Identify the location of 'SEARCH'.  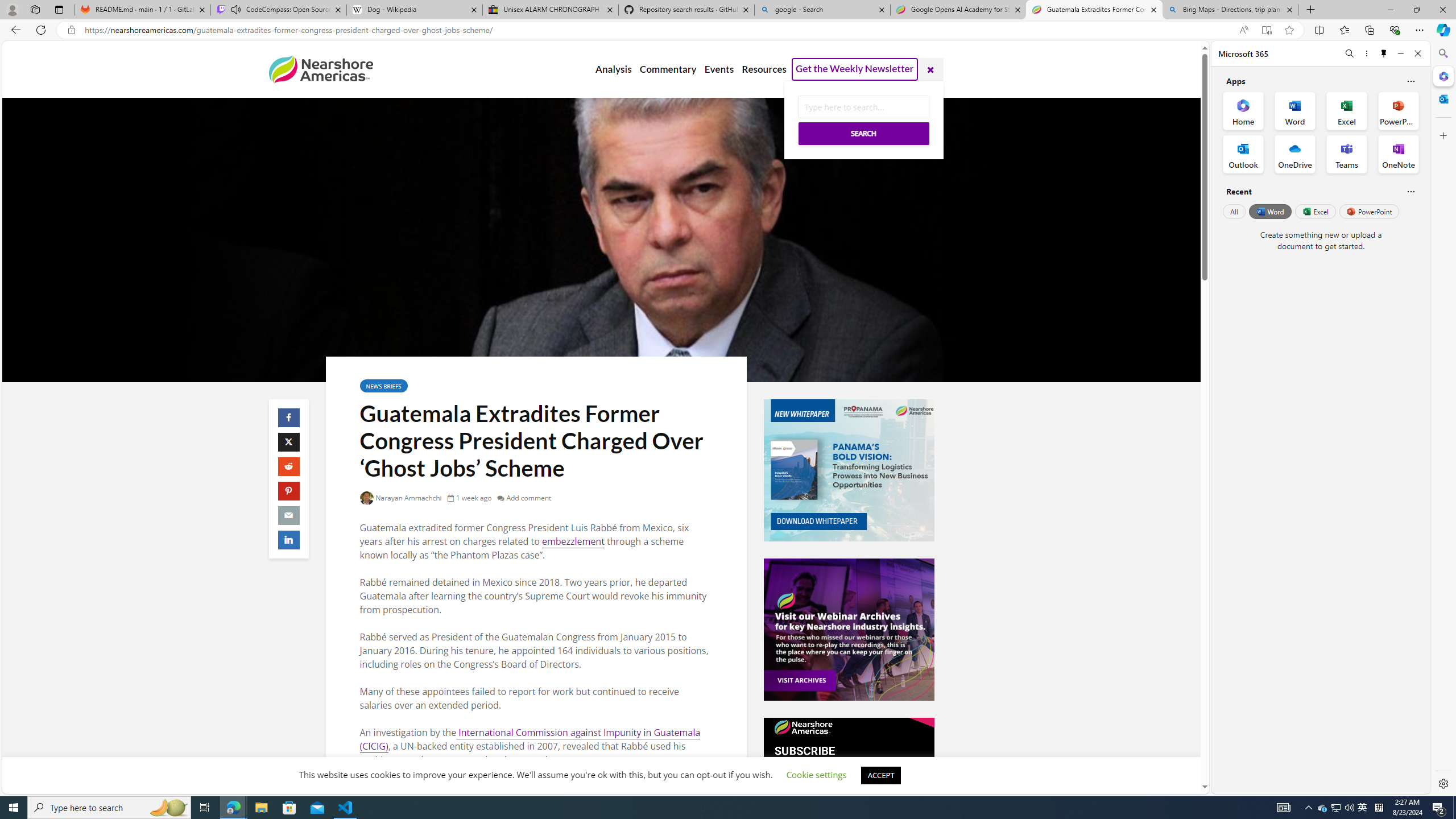
(863, 133).